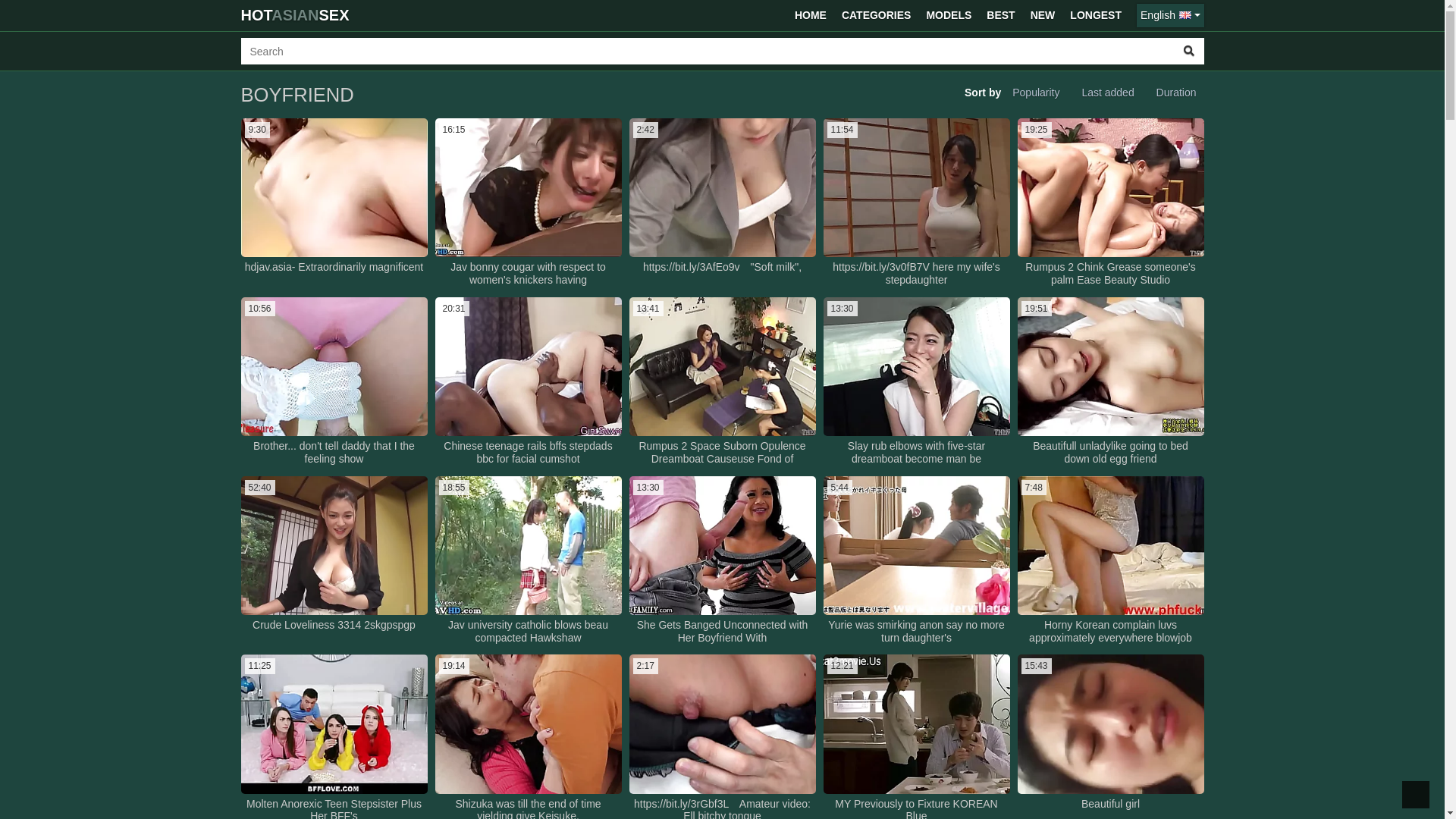  What do you see at coordinates (919, 15) in the screenshot?
I see `'MODELS'` at bounding box center [919, 15].